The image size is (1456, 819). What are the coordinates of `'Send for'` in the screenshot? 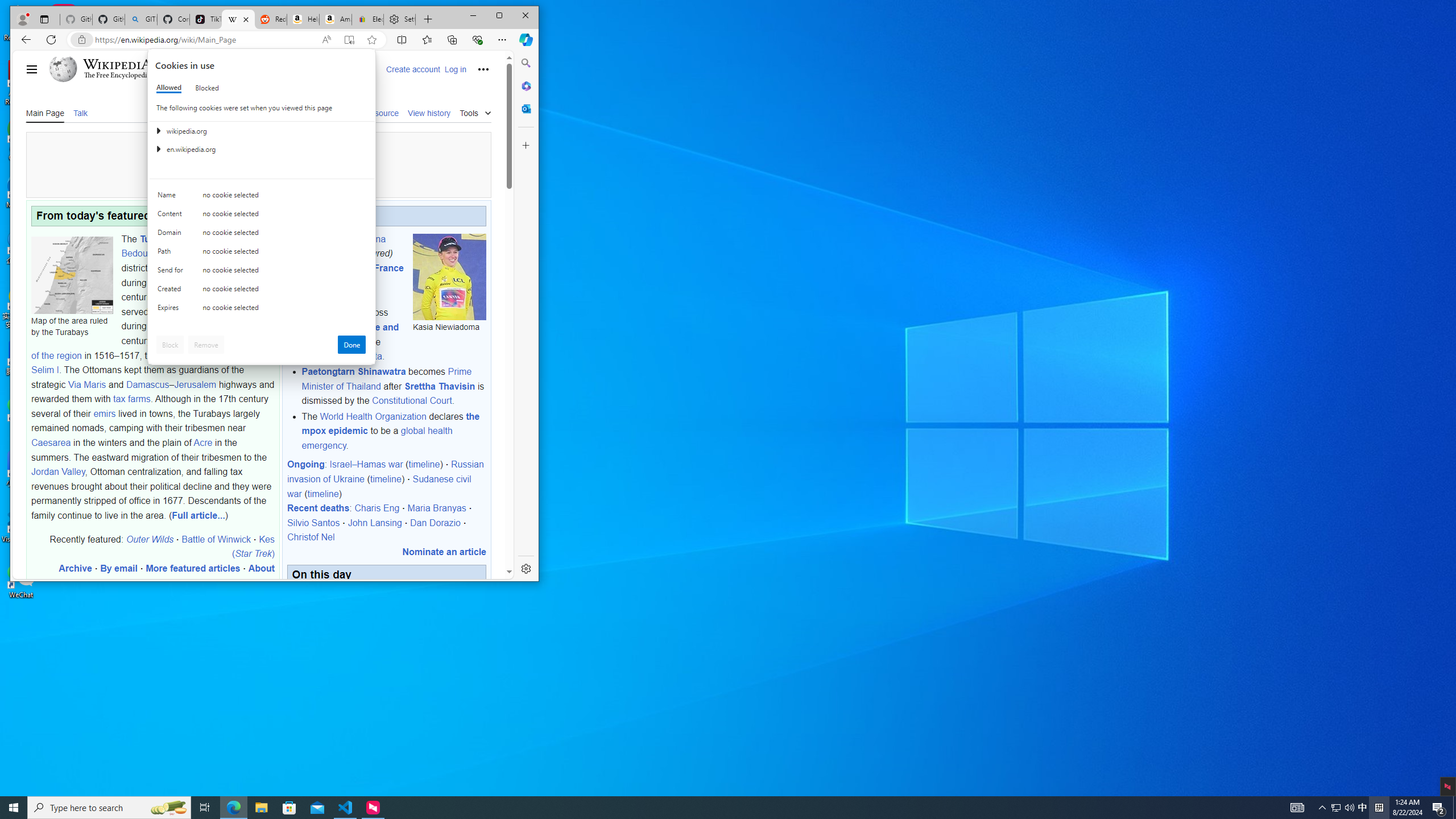 It's located at (172, 272).